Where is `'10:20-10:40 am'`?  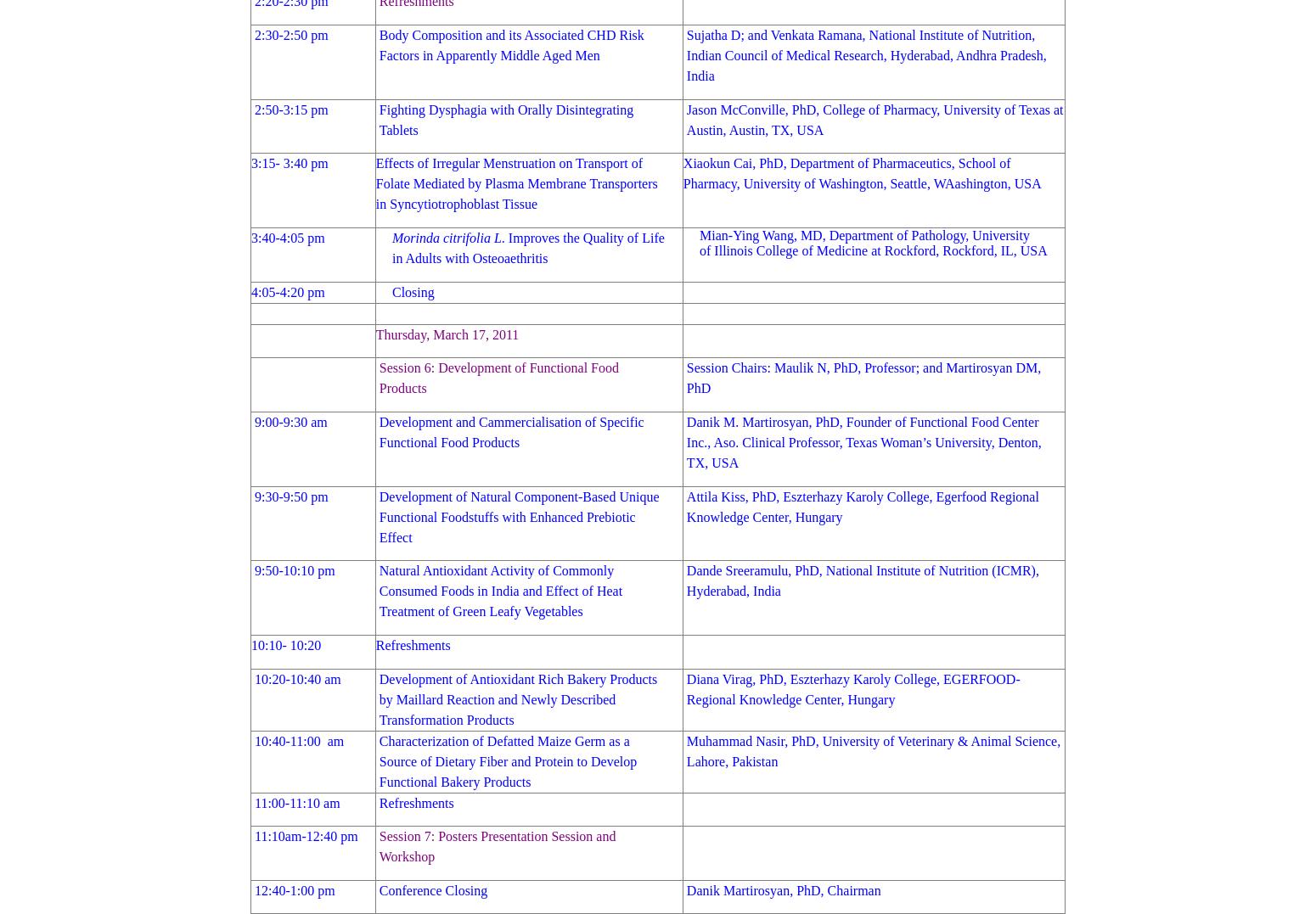 '10:20-10:40 am' is located at coordinates (296, 678).